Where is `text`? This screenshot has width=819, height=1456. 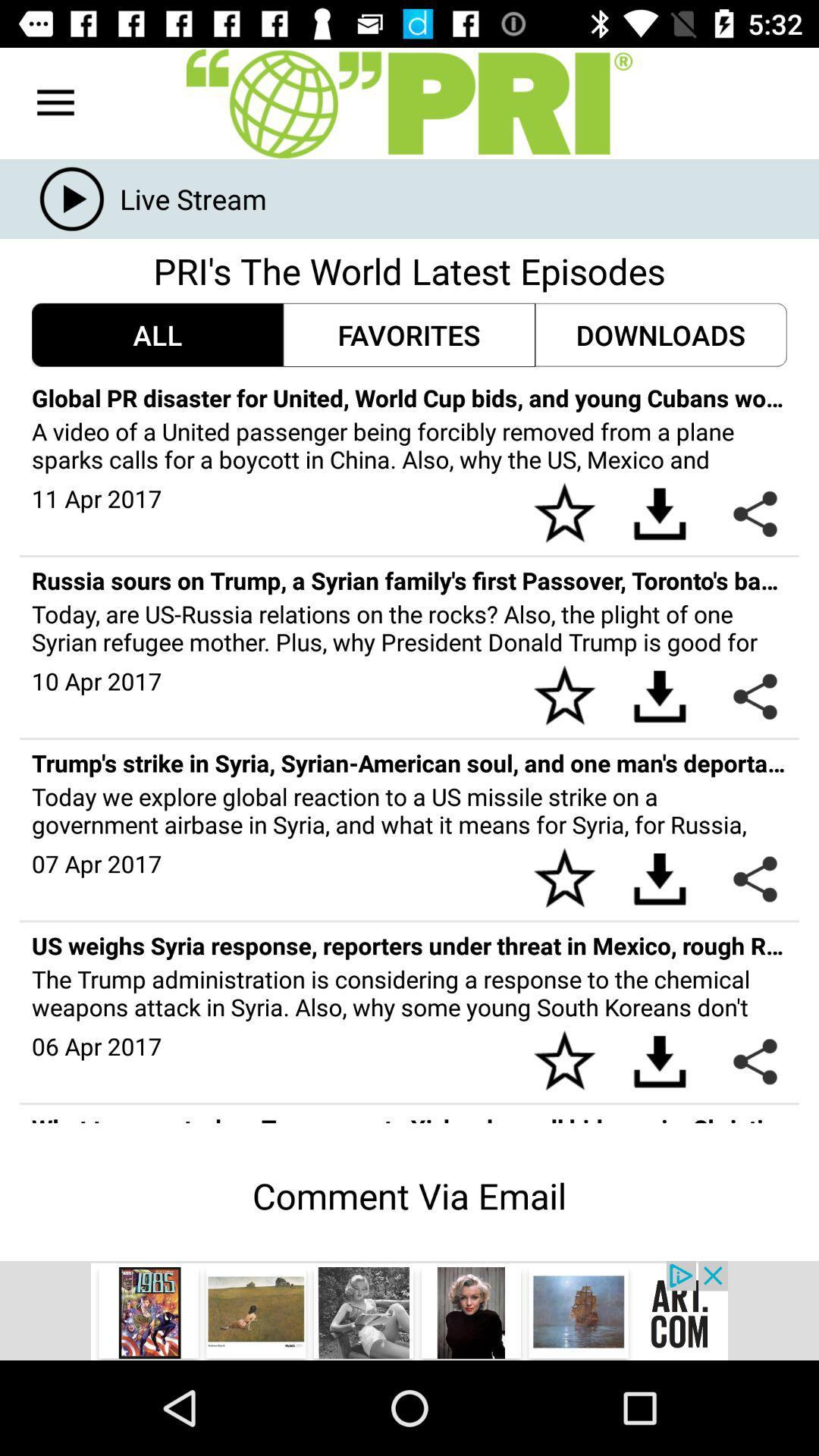
text is located at coordinates (409, 102).